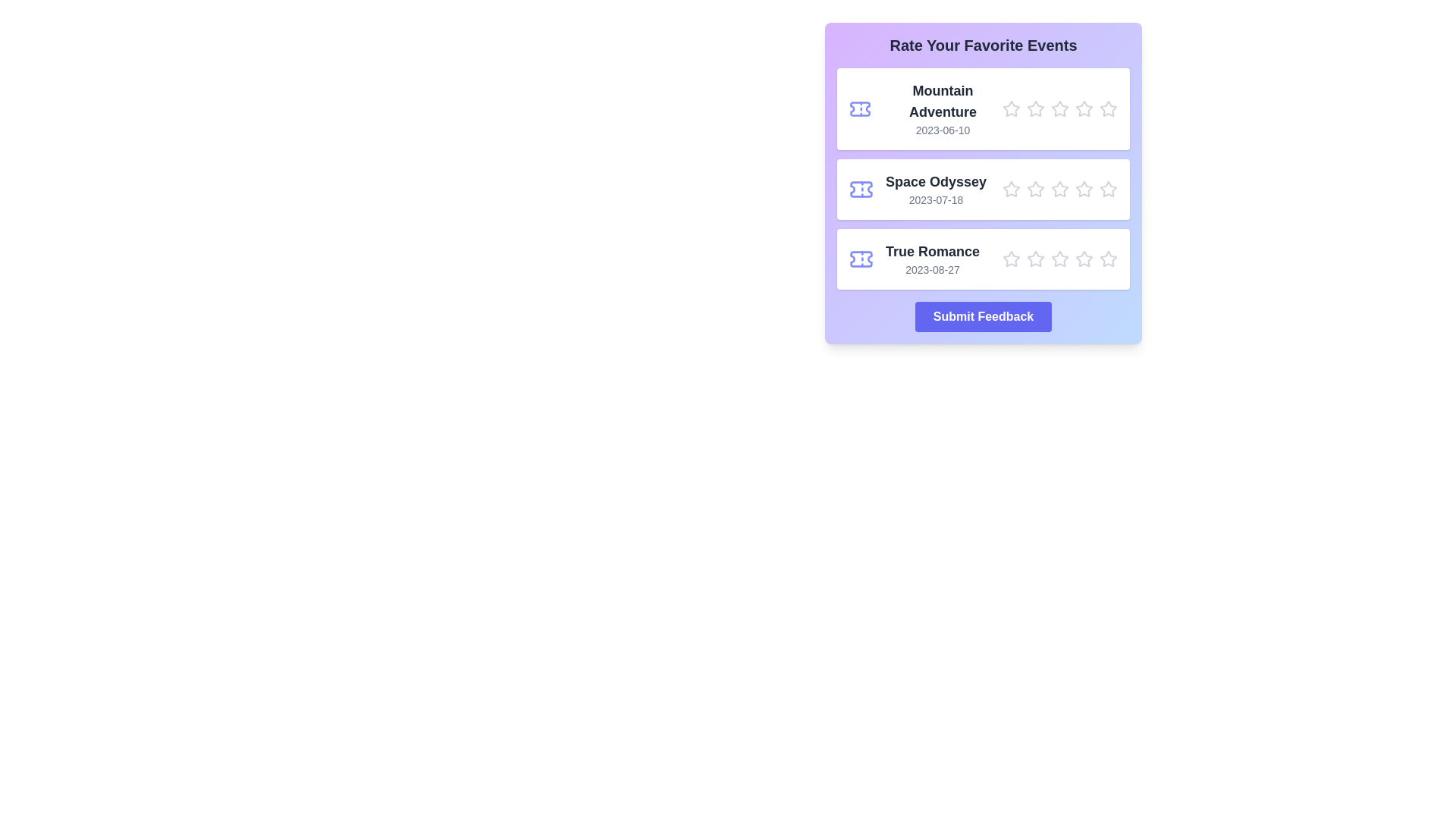  What do you see at coordinates (1012, 259) in the screenshot?
I see `the star corresponding to the rating 1 for the movie True Romance` at bounding box center [1012, 259].